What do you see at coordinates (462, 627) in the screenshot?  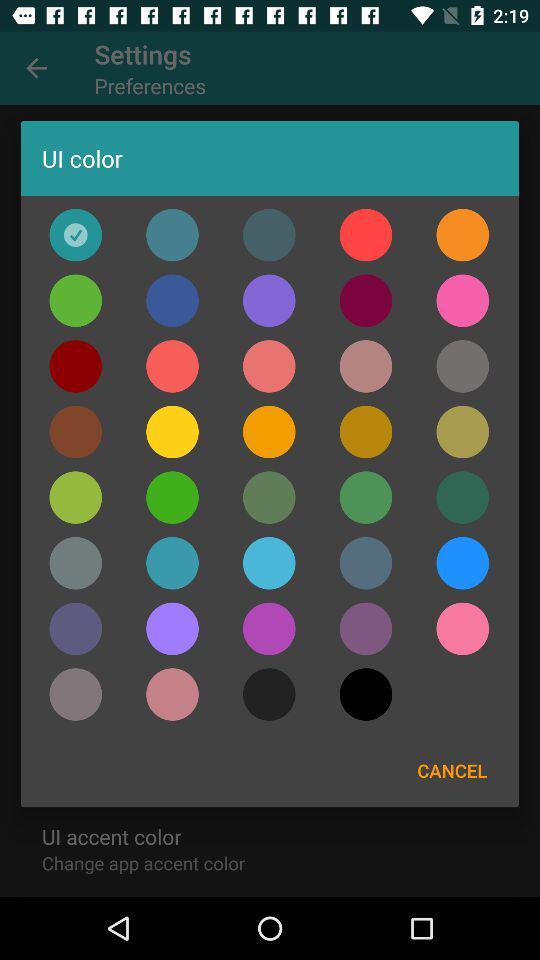 I see `item above the cancel icon` at bounding box center [462, 627].